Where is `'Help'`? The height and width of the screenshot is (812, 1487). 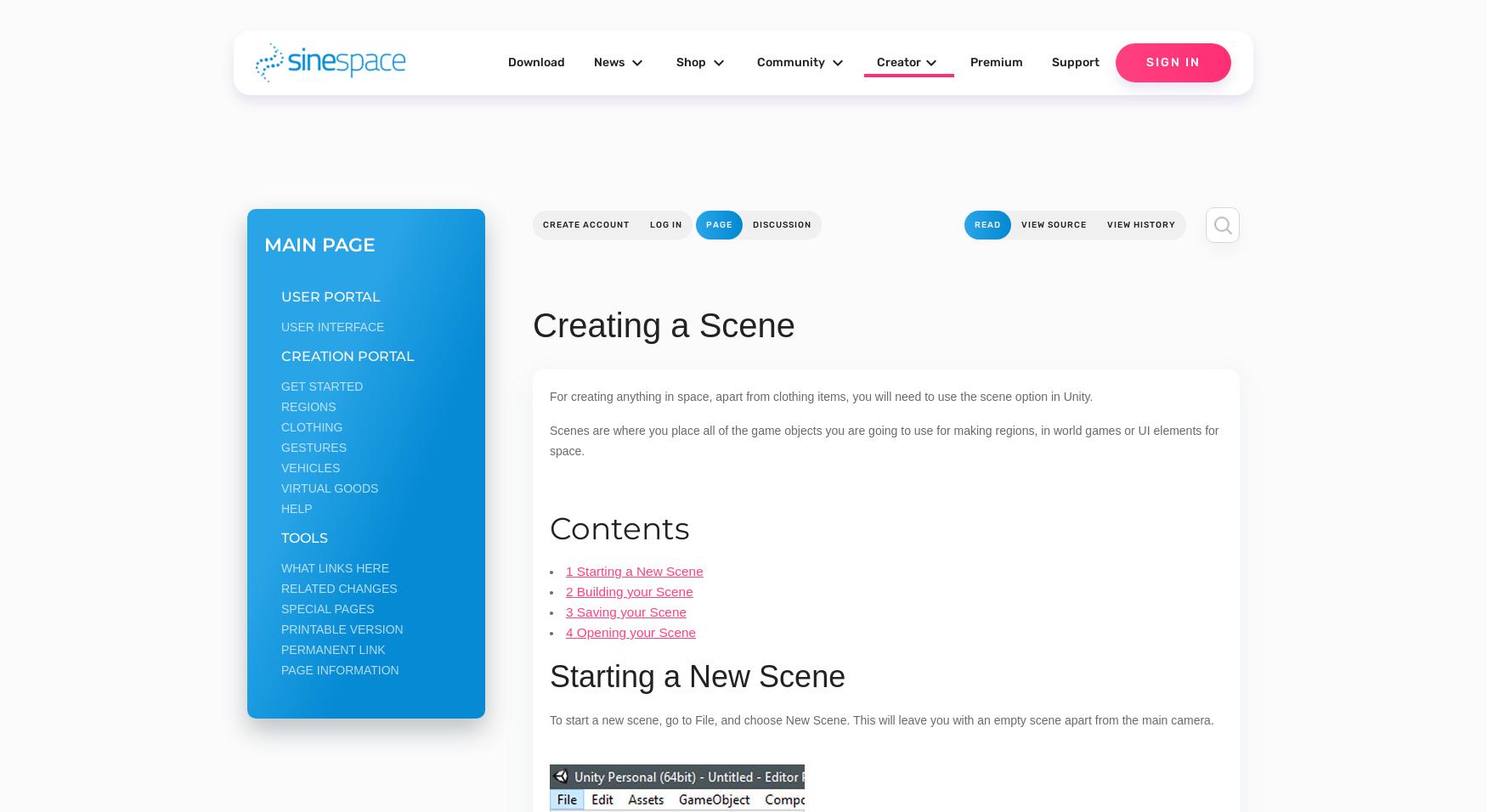
'Help' is located at coordinates (296, 509).